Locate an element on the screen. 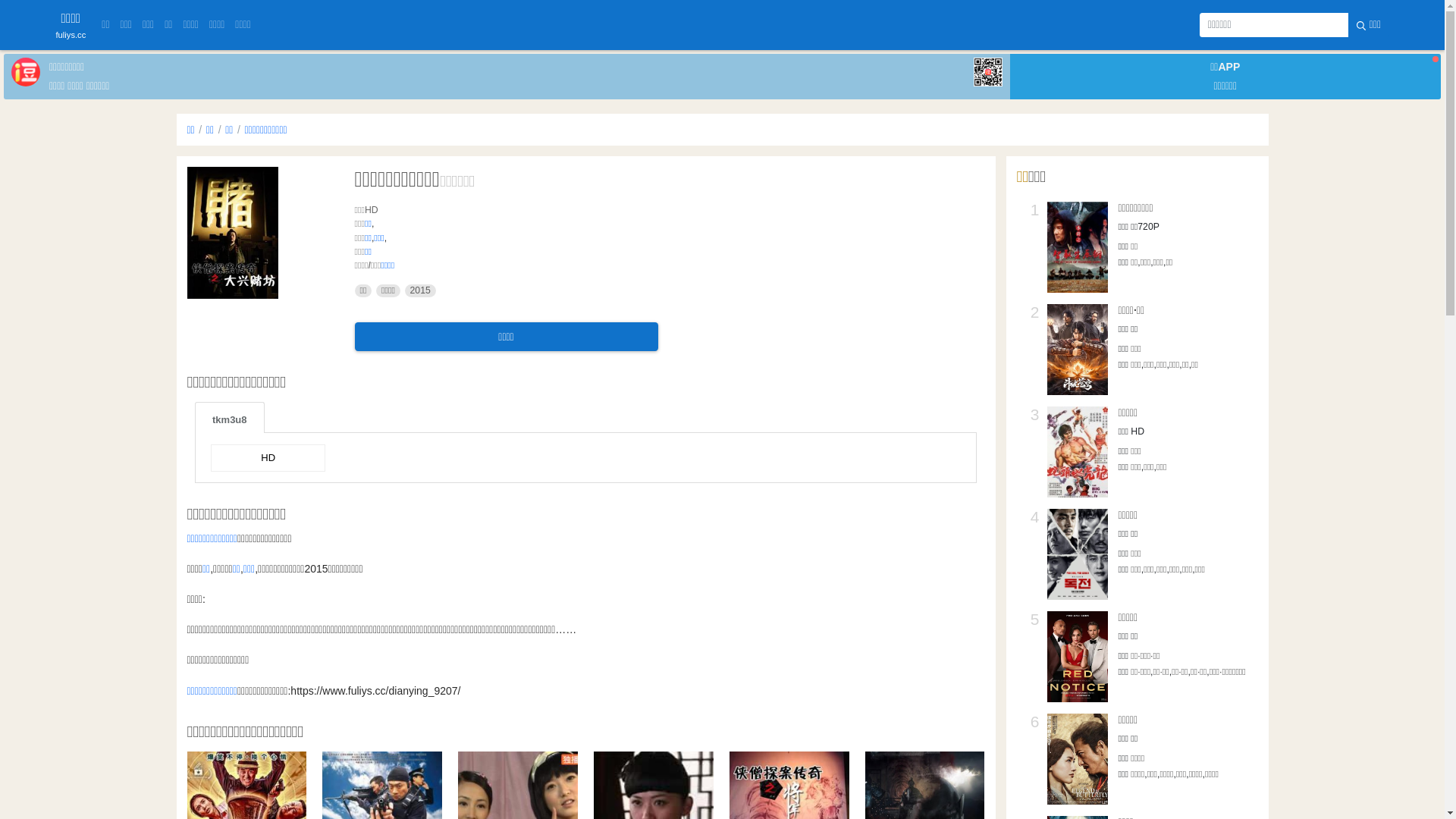 This screenshot has width=1456, height=819. '2015' is located at coordinates (420, 290).